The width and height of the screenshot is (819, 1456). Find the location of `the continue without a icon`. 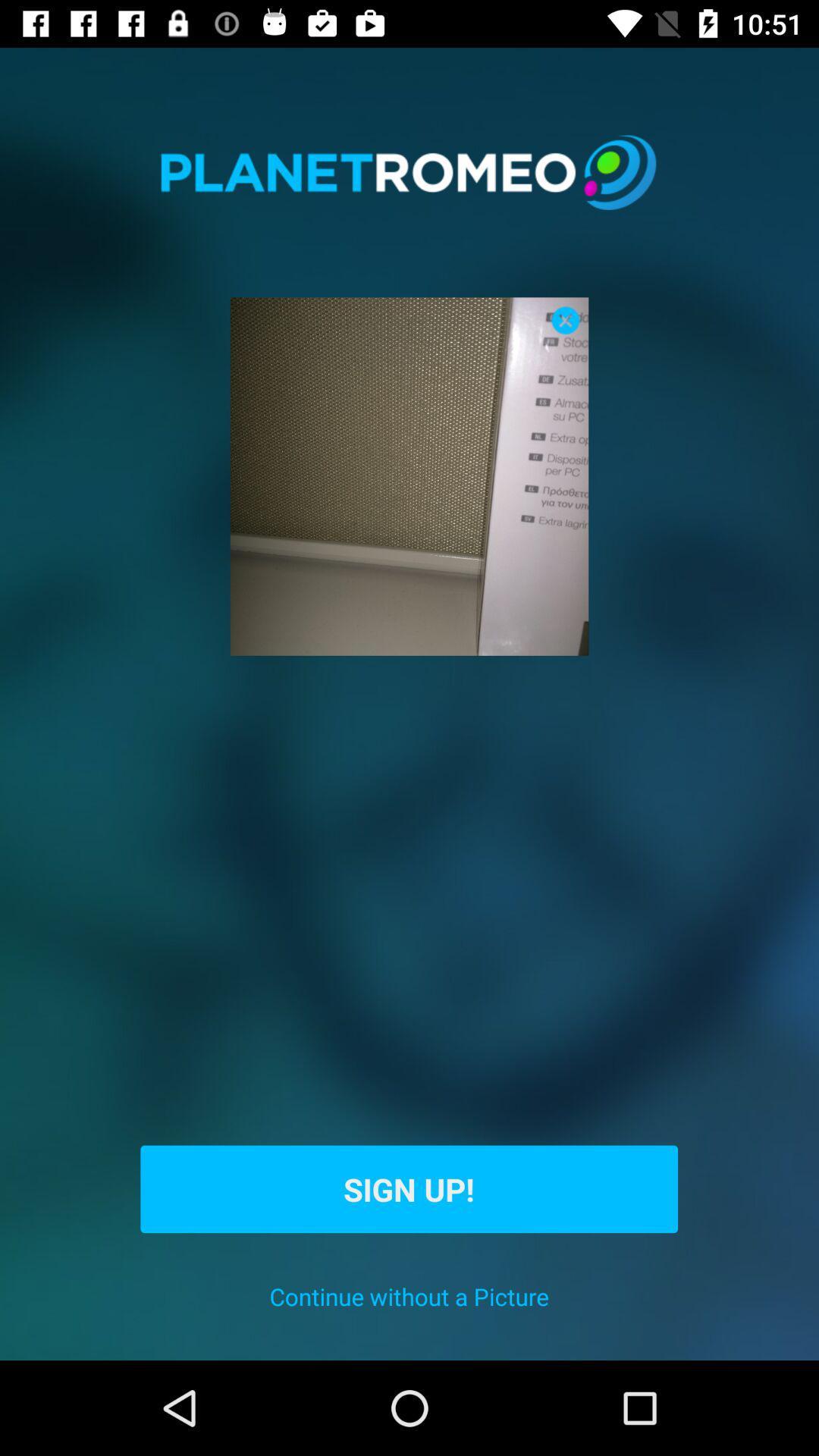

the continue without a icon is located at coordinates (408, 1295).